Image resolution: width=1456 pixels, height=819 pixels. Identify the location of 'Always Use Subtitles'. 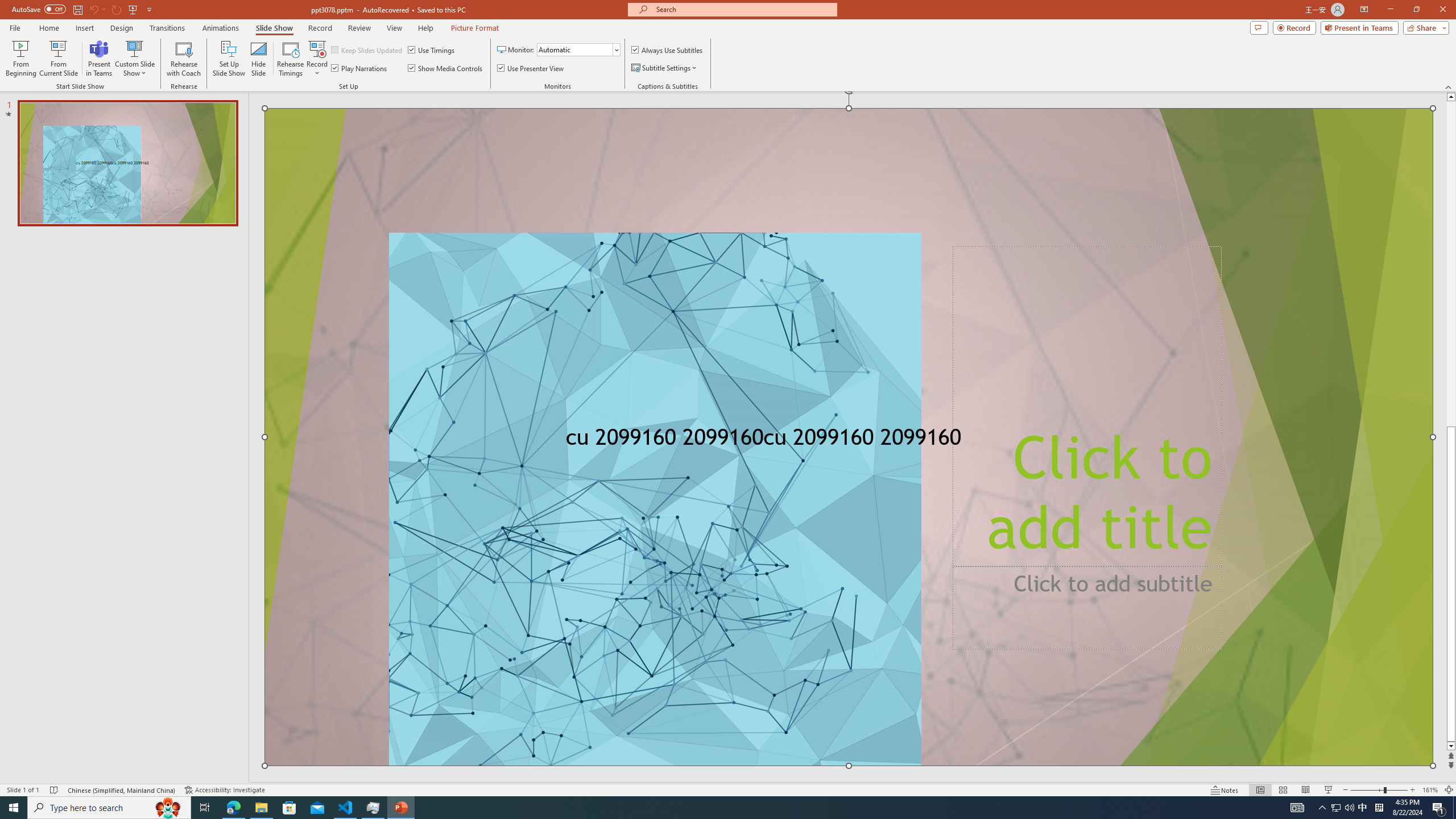
(667, 49).